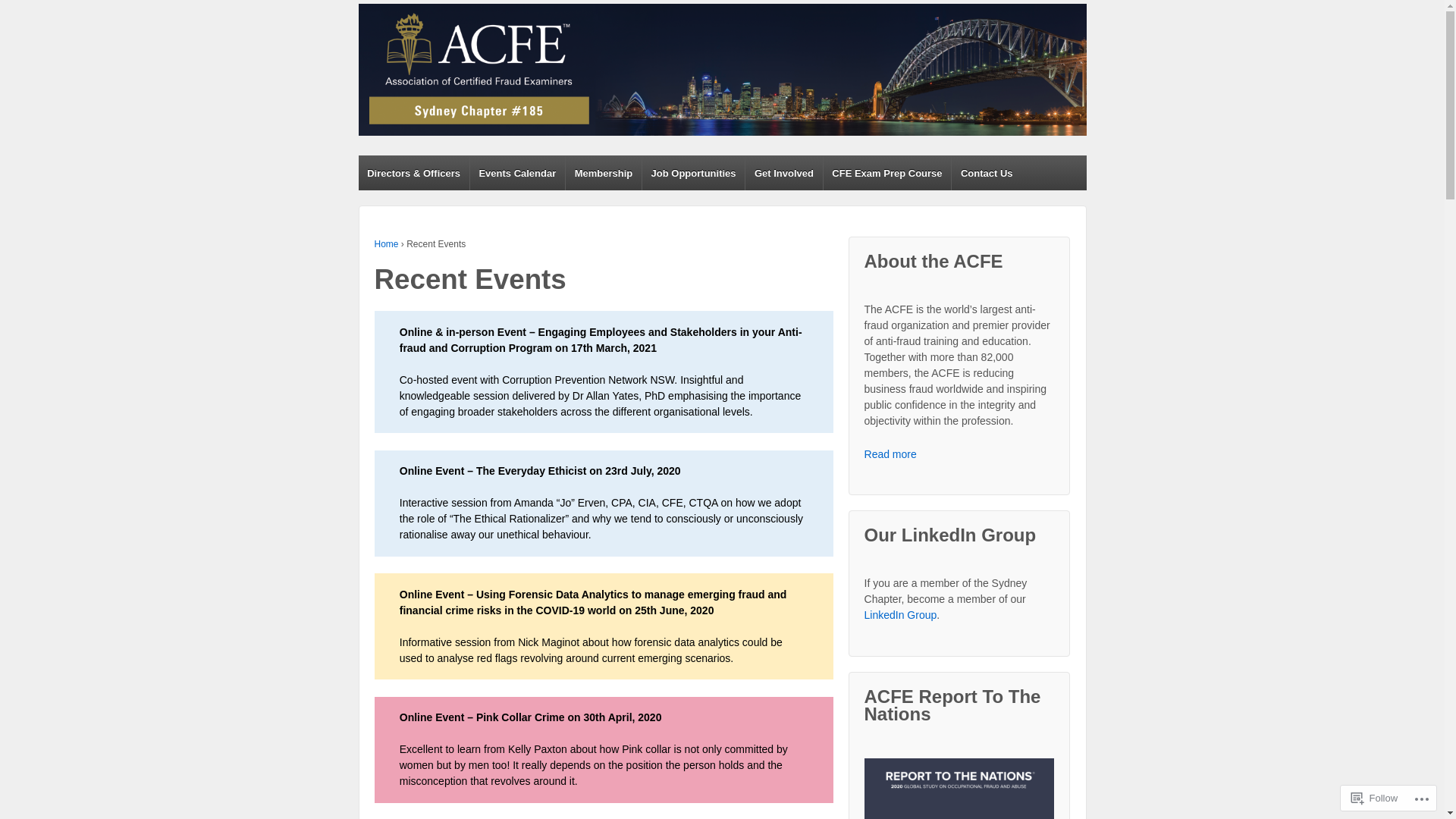  Describe the element at coordinates (641, 171) in the screenshot. I see `'Job Opportunities'` at that location.